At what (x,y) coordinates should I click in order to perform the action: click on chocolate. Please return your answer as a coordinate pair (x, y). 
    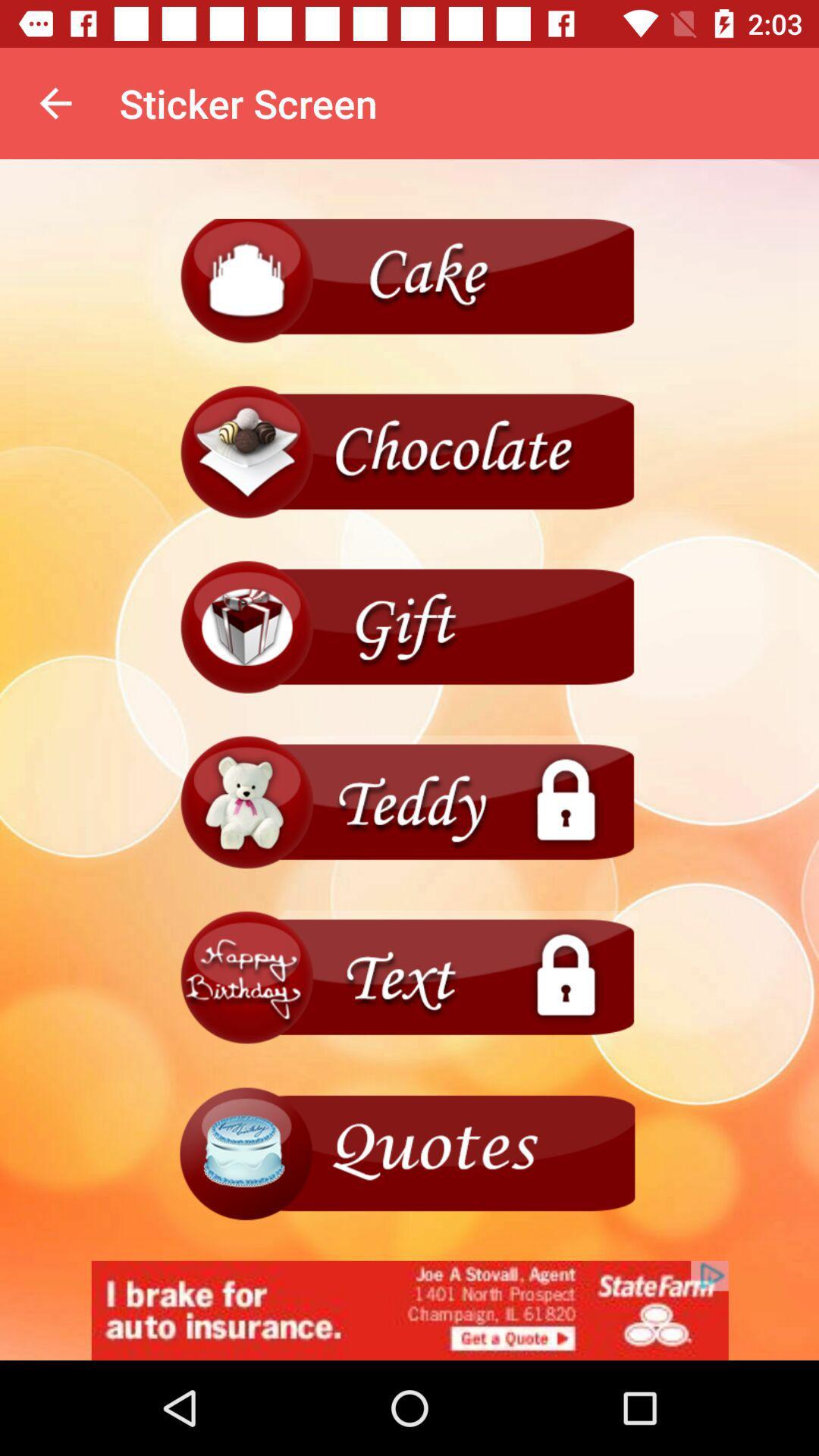
    Looking at the image, I should click on (409, 451).